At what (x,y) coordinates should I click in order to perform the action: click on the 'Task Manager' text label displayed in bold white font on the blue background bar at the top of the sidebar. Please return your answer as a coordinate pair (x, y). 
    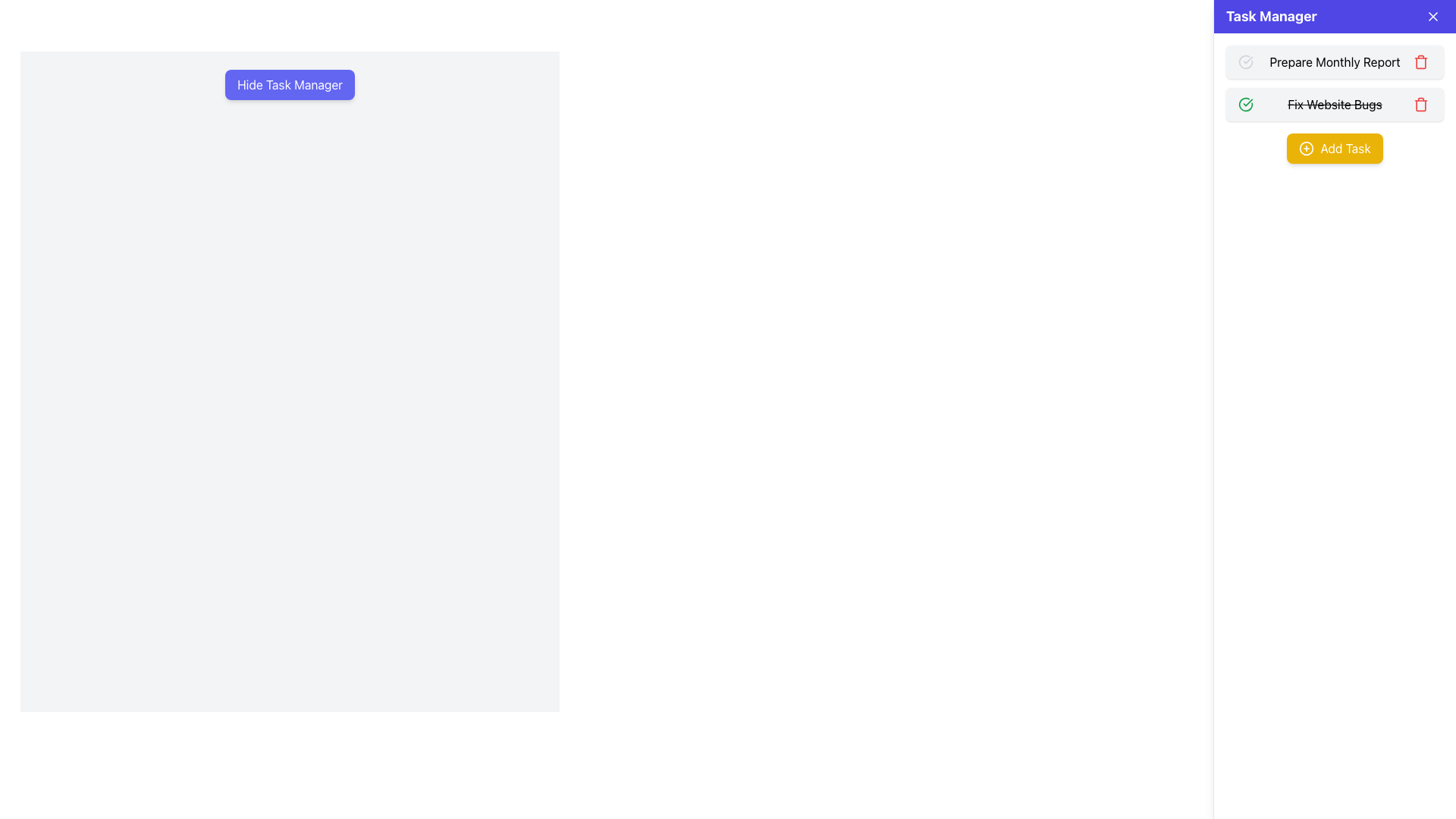
    Looking at the image, I should click on (1271, 17).